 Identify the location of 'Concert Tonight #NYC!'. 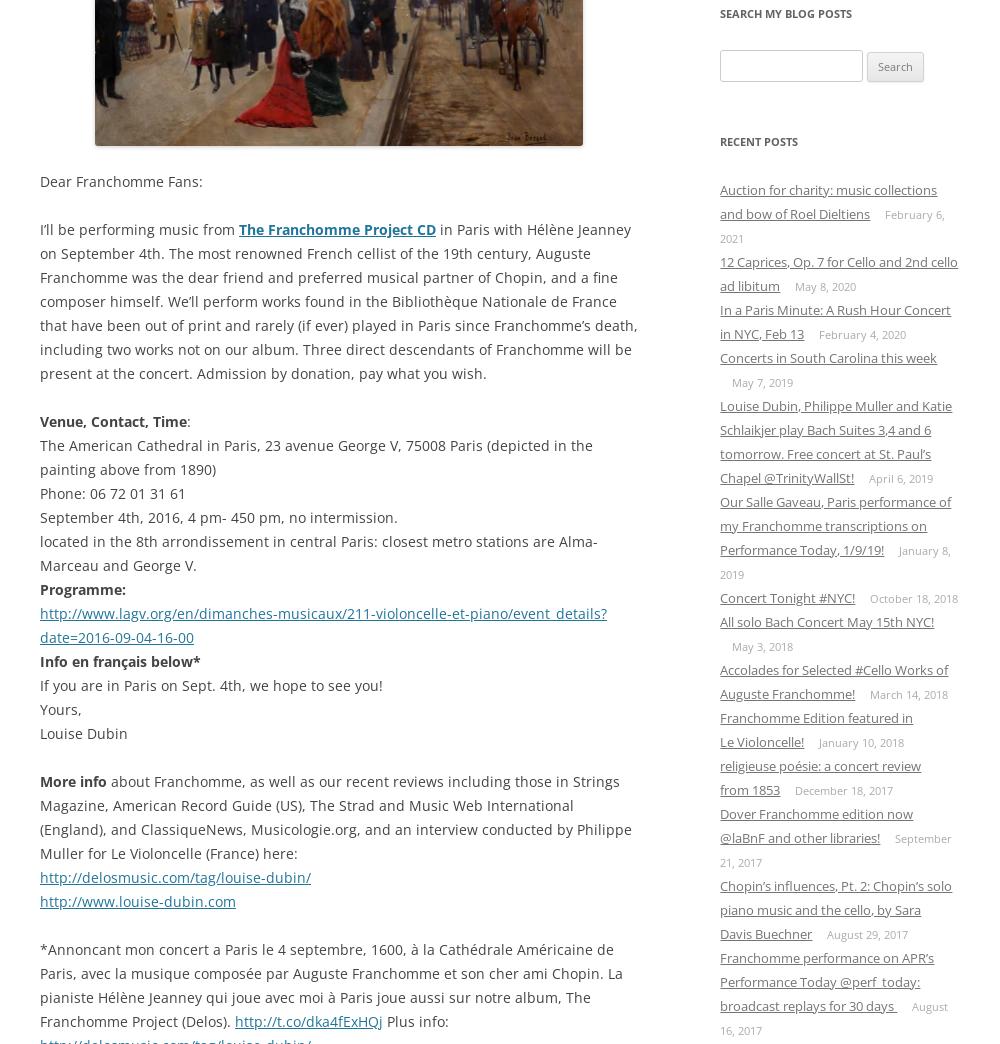
(787, 596).